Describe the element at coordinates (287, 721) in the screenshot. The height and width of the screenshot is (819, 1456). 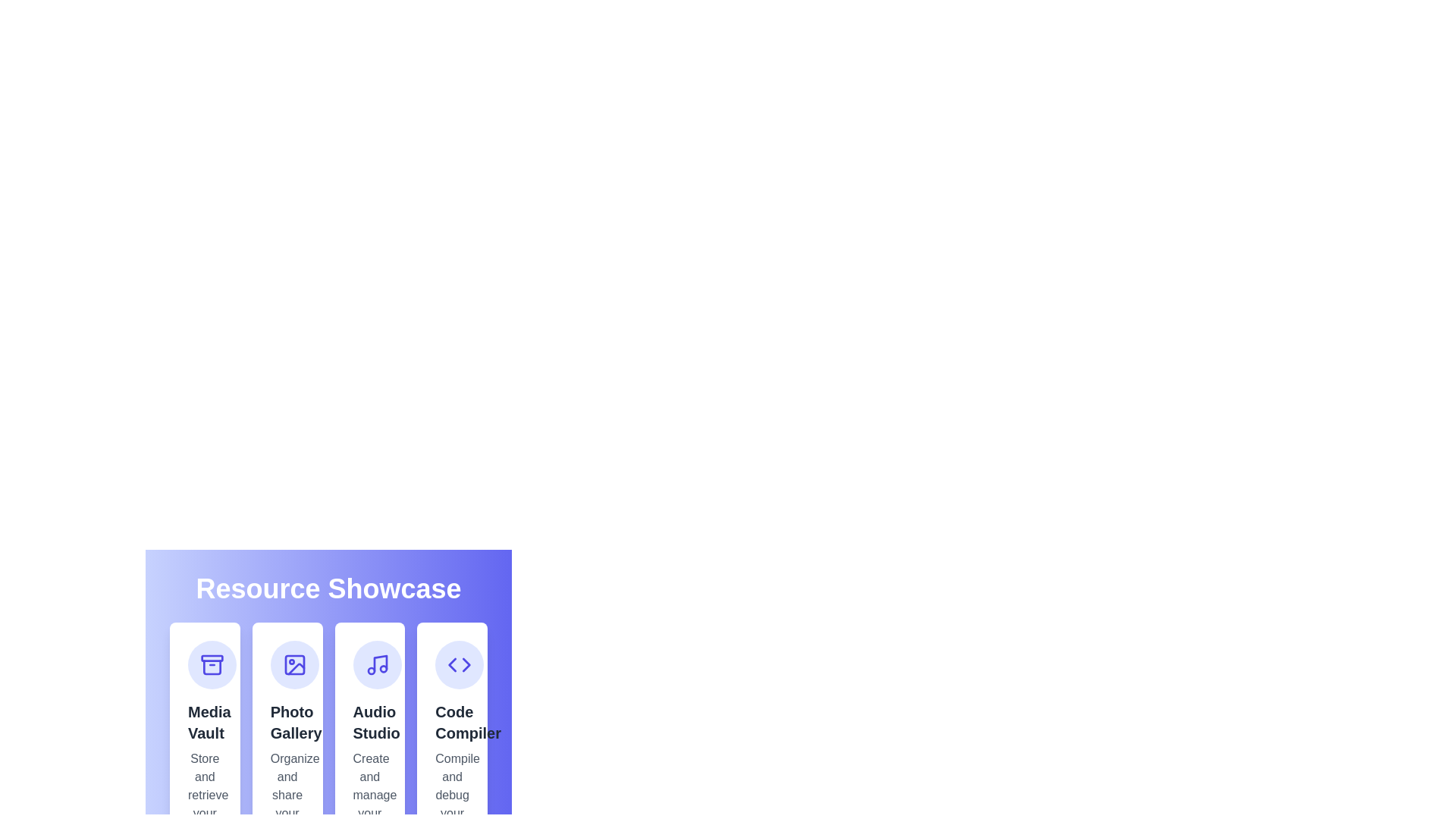
I see `the 'Photo Gallery' text label, which is a bold, large font component in dark gray color, positioned within the second card of features, centered between the icon and descriptive text` at that location.